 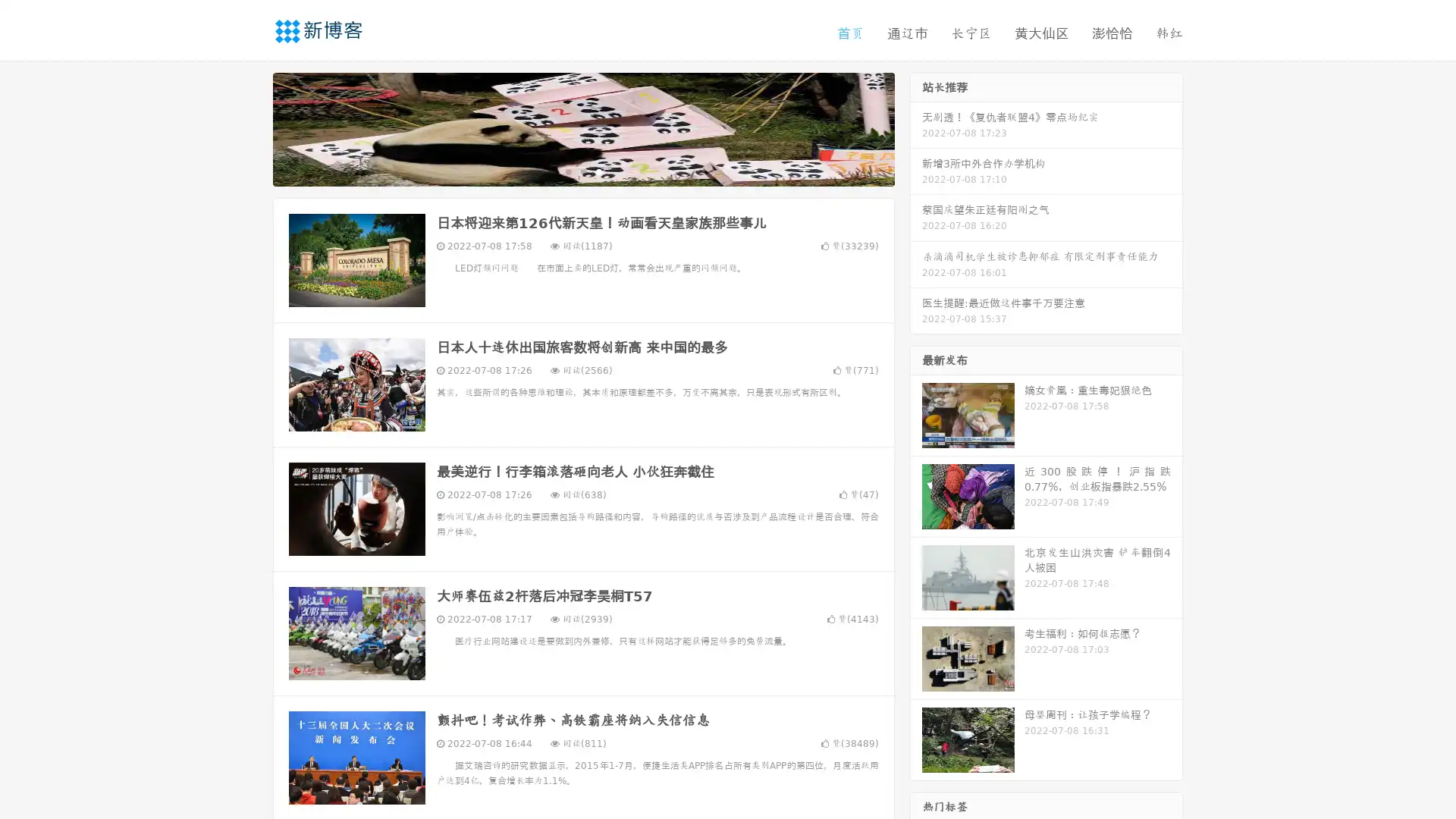 I want to click on Go to slide 1, so click(x=567, y=171).